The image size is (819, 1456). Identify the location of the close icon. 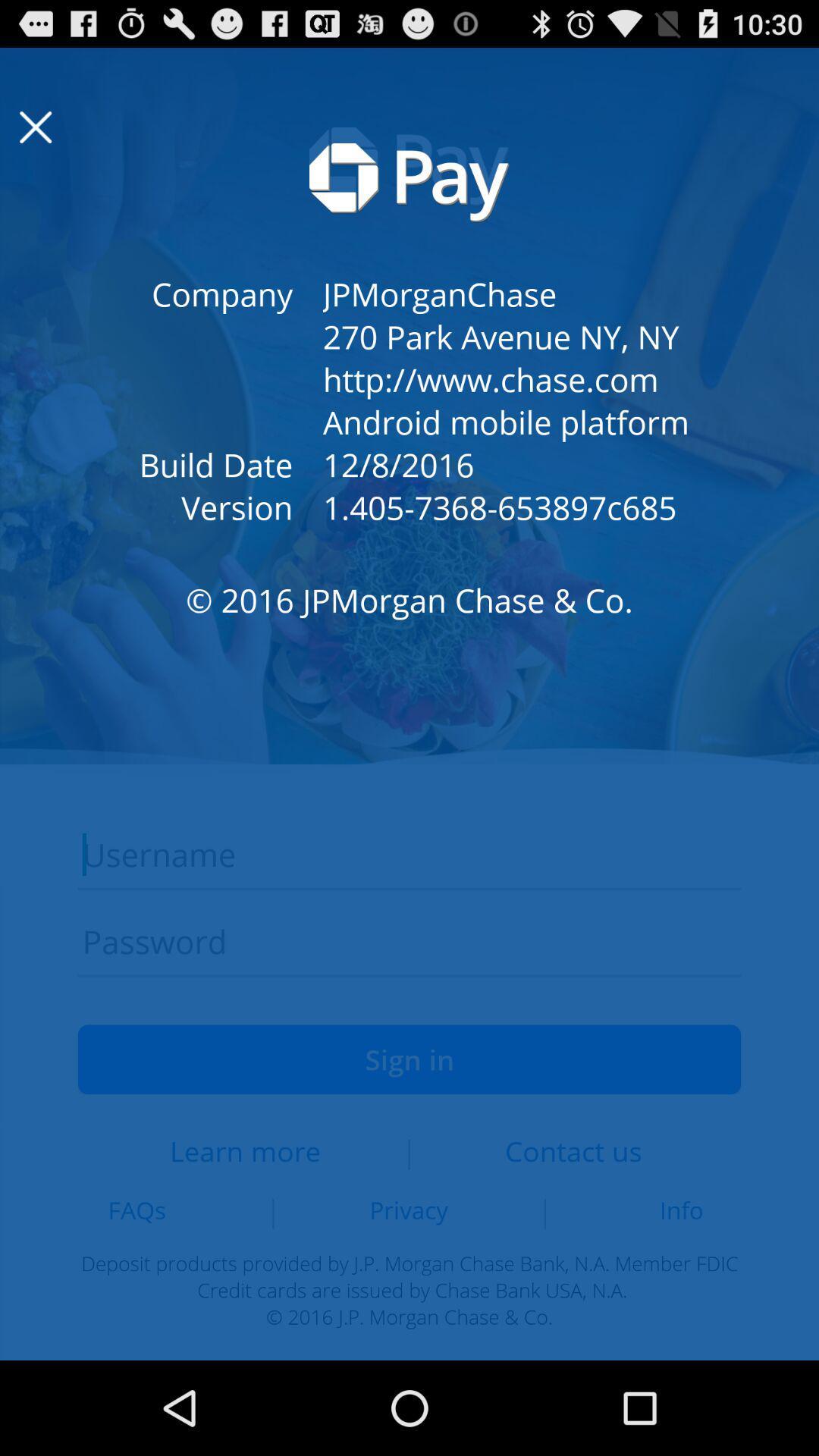
(27, 124).